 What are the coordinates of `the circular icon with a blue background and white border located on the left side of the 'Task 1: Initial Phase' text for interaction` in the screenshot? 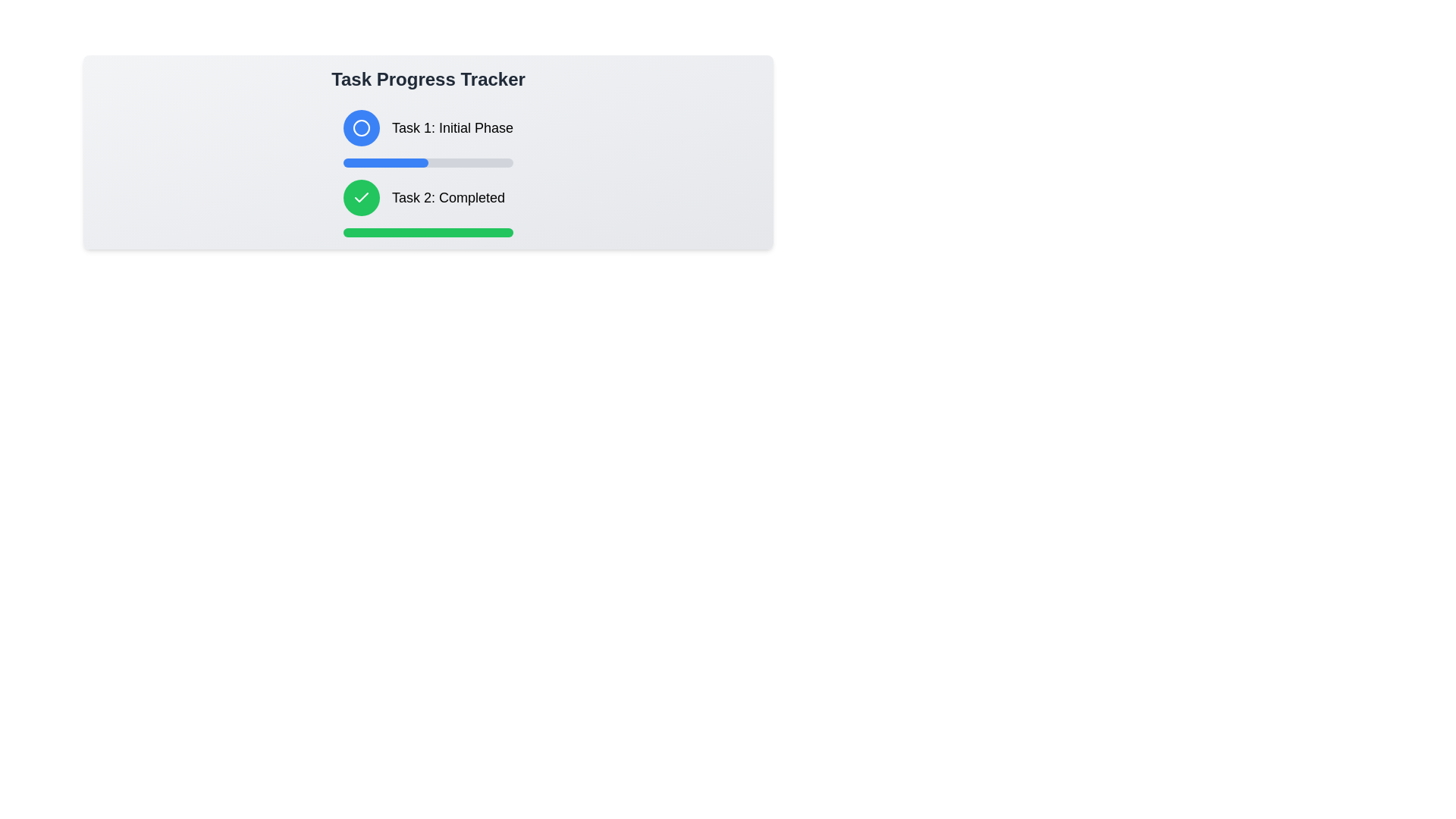 It's located at (360, 127).